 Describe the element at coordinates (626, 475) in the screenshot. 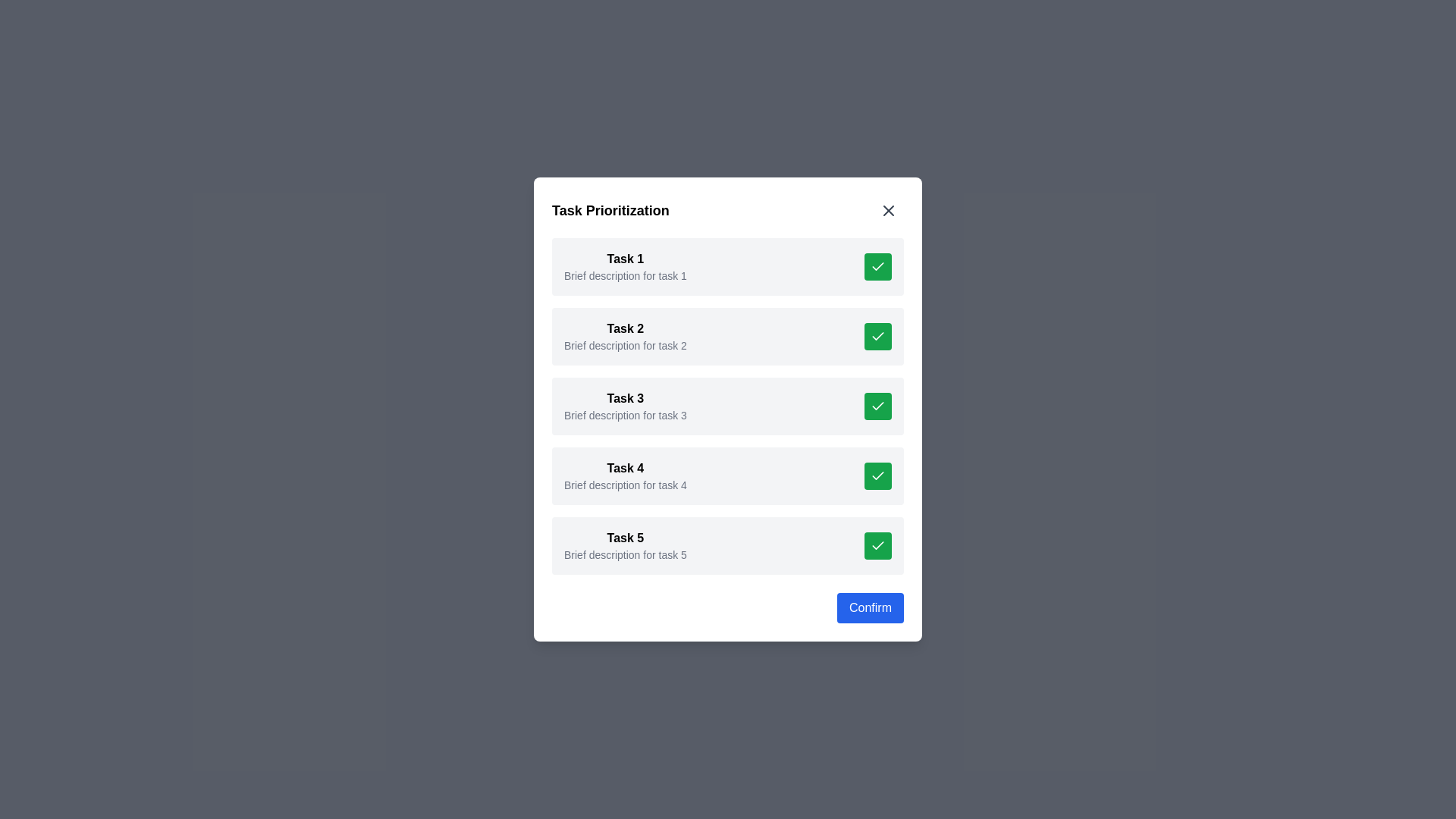

I see `the text in the text display component titled 'Task 4' with a description 'Brief description for task 4.'` at that location.